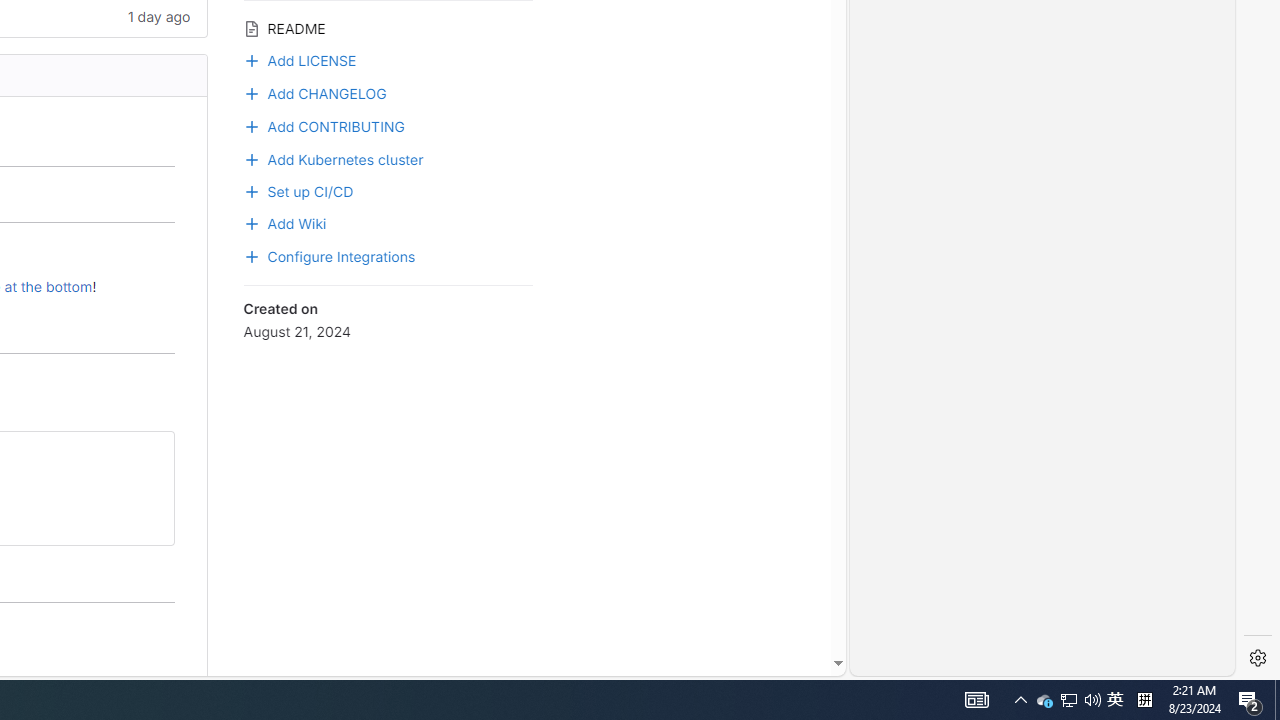  What do you see at coordinates (387, 27) in the screenshot?
I see `'README'` at bounding box center [387, 27].